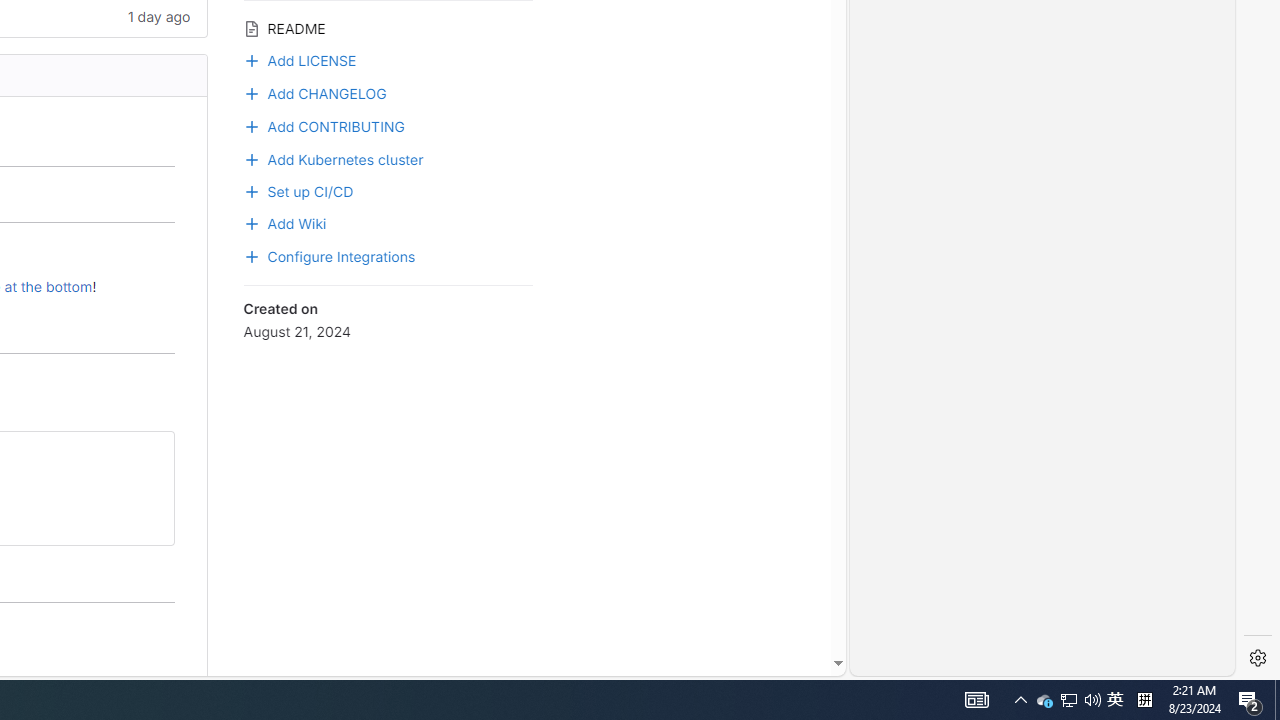  What do you see at coordinates (387, 27) in the screenshot?
I see `'README'` at bounding box center [387, 27].